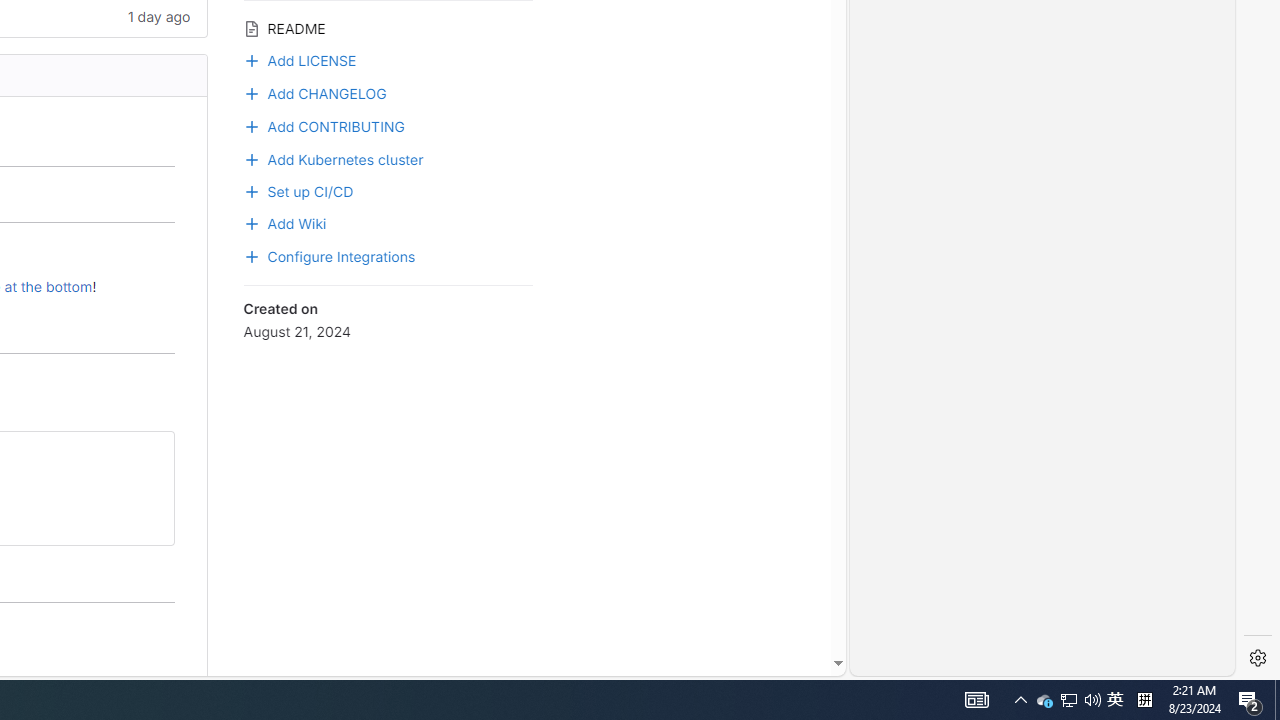  What do you see at coordinates (387, 27) in the screenshot?
I see `'README'` at bounding box center [387, 27].